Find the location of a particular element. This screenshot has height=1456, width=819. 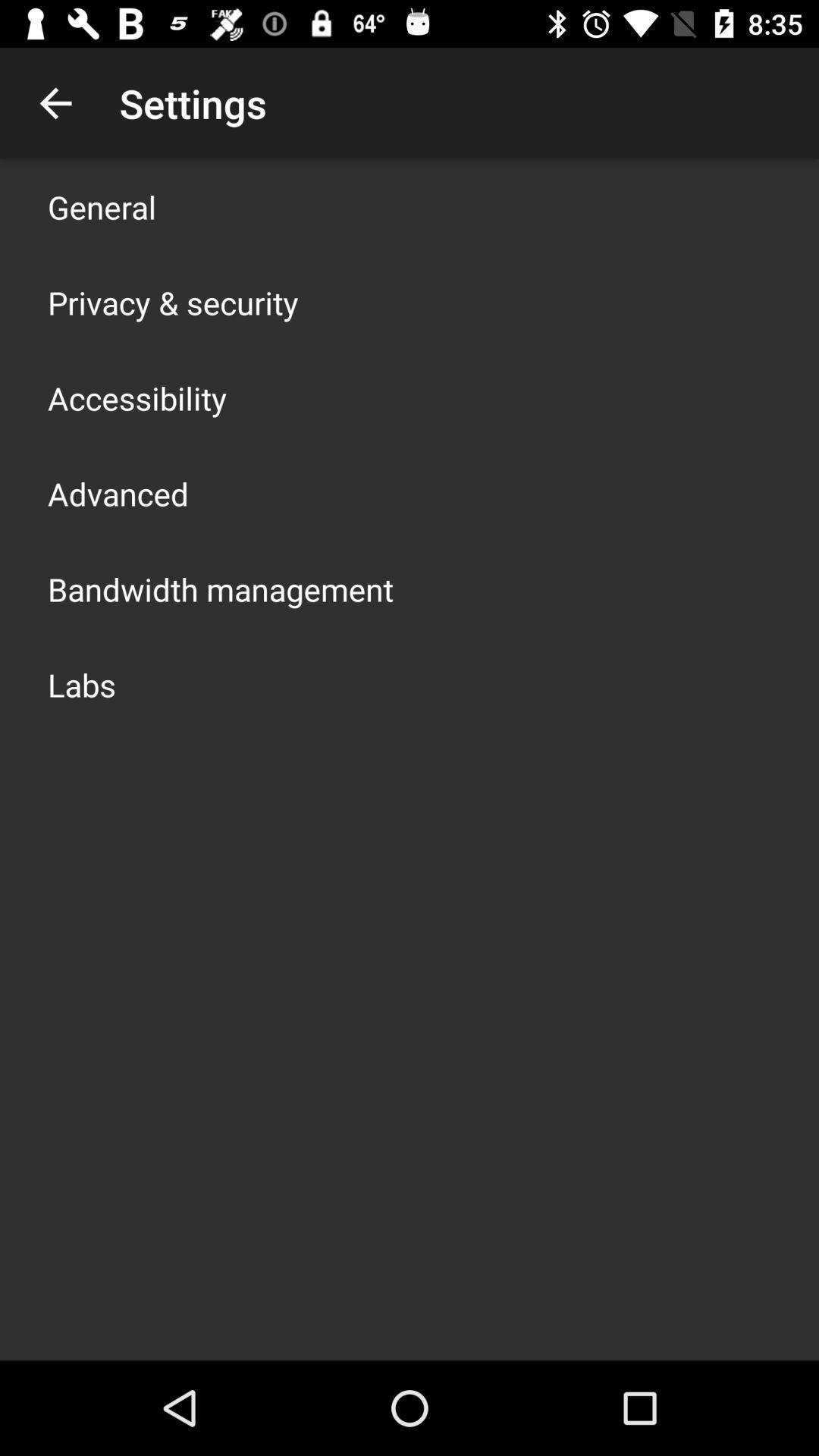

the app below the accessibility app is located at coordinates (117, 494).